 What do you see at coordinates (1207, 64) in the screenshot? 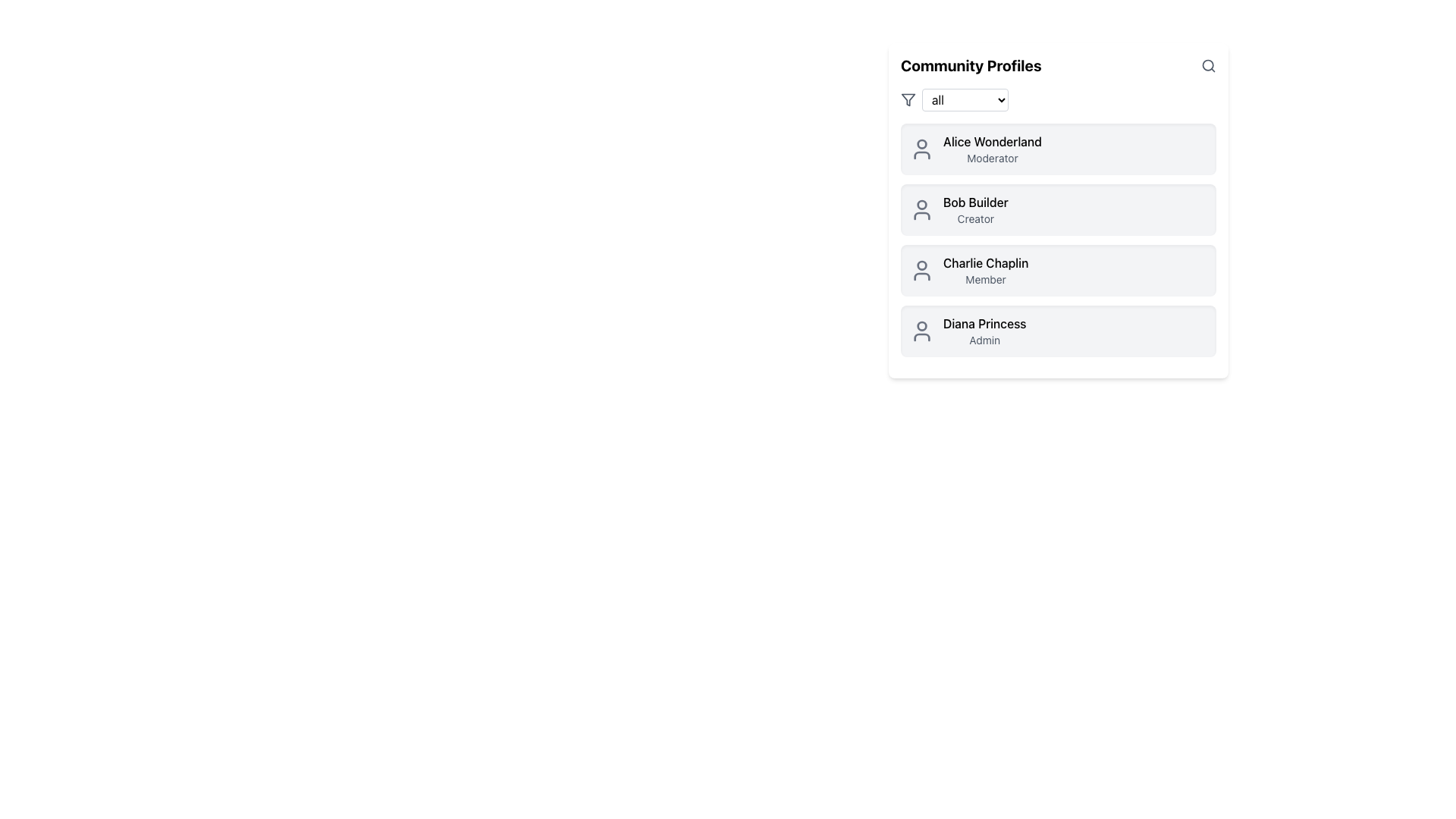
I see `SVG circle element representing the search icon located in the top right corner of the interface using developer tools` at bounding box center [1207, 64].